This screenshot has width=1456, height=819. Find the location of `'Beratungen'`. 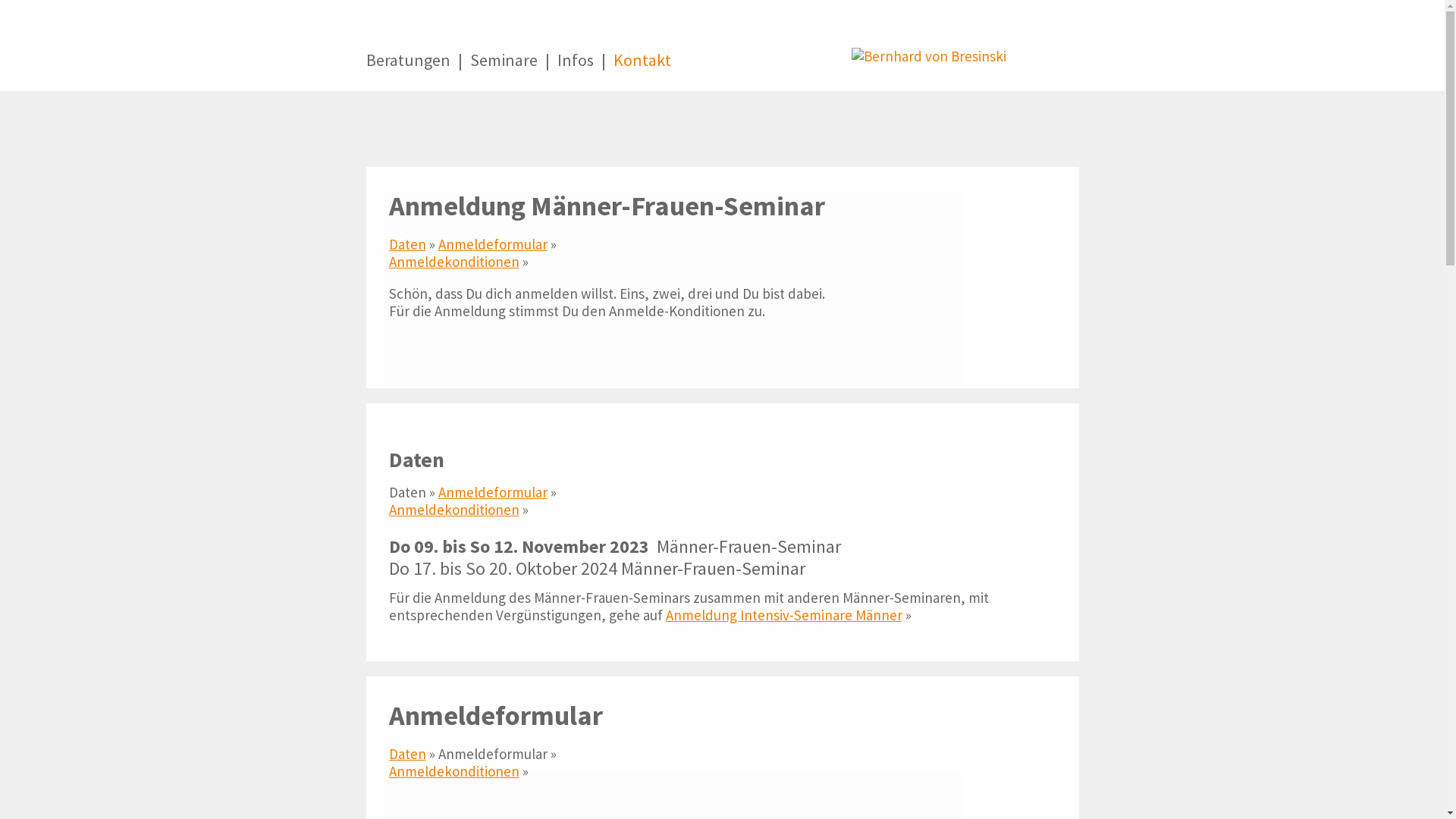

'Beratungen' is located at coordinates (407, 69).